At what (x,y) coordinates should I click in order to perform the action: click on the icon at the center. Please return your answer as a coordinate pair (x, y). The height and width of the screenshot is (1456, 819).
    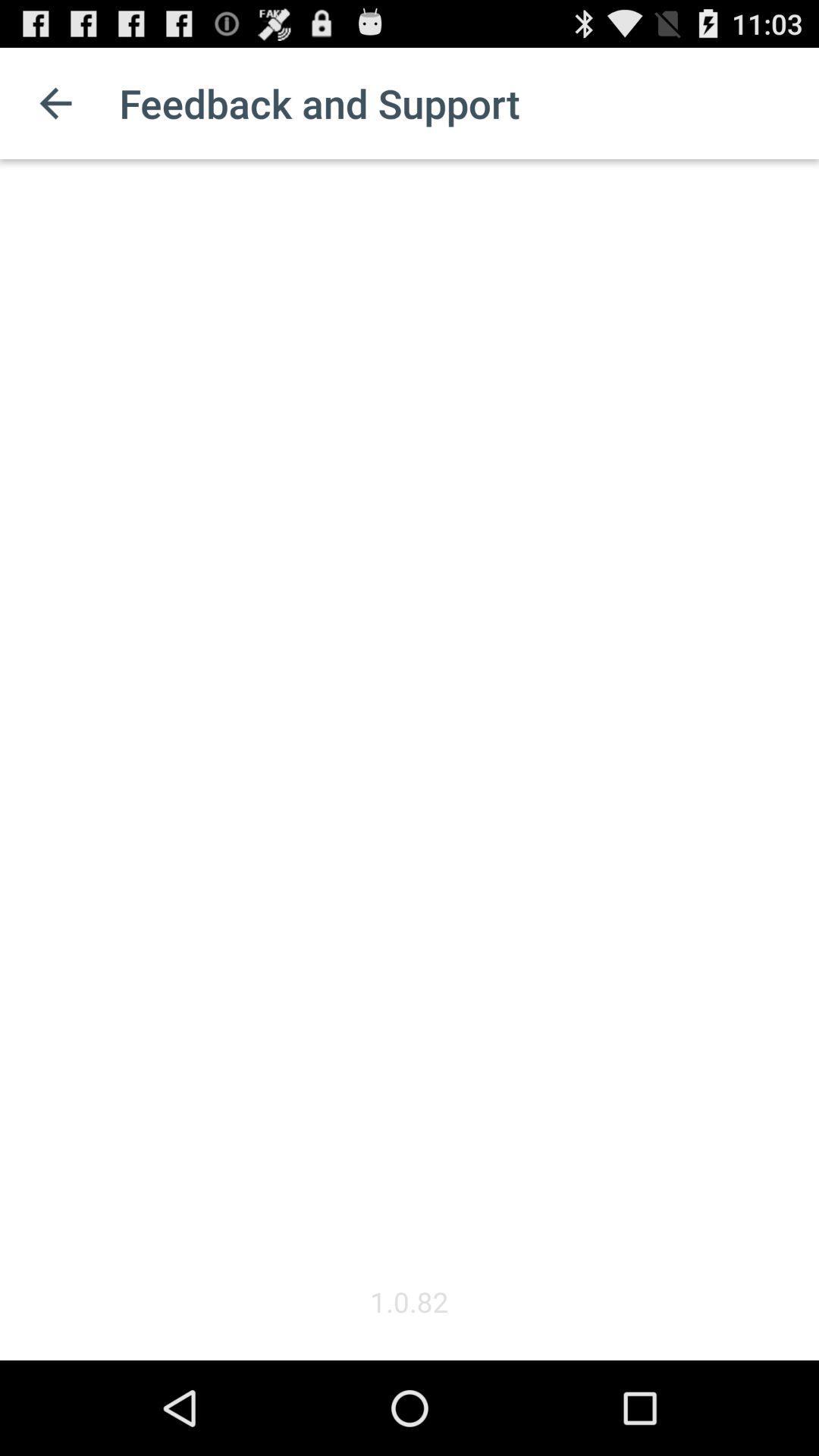
    Looking at the image, I should click on (409, 720).